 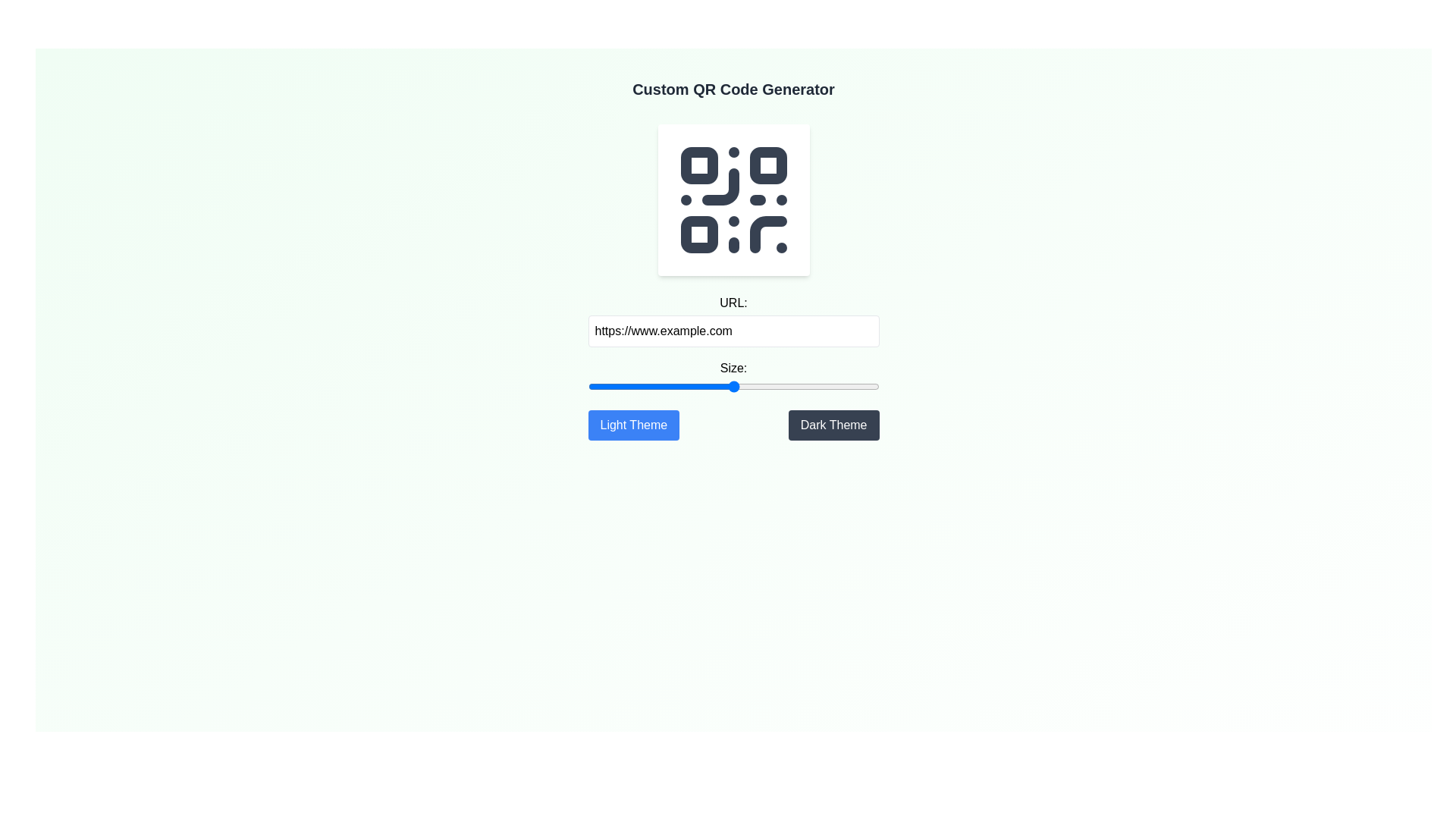 What do you see at coordinates (839, 385) in the screenshot?
I see `the slider` at bounding box center [839, 385].